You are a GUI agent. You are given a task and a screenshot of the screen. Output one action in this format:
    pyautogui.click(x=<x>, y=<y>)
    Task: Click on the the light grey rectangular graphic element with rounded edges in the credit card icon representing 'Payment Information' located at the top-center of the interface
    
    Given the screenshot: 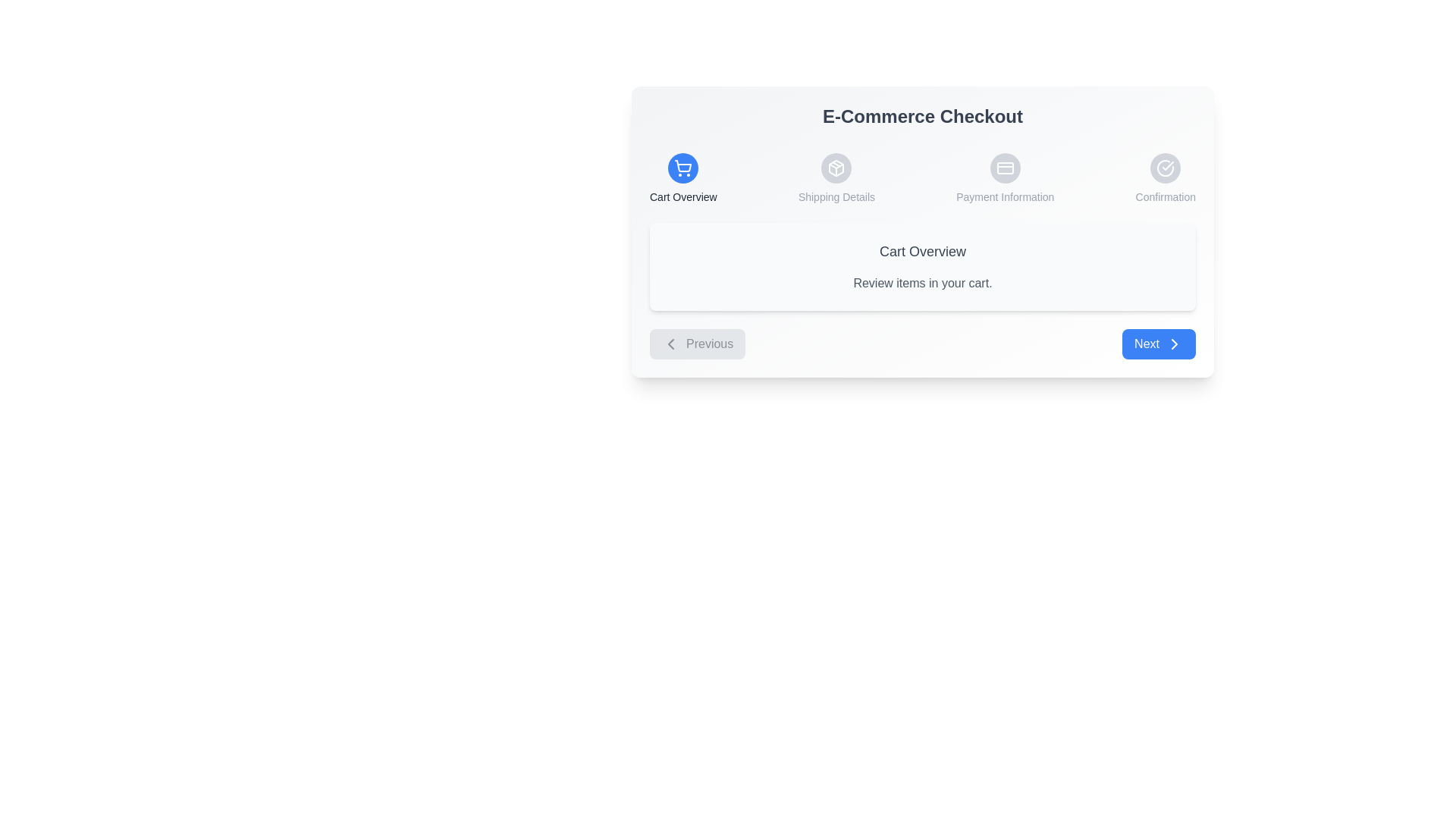 What is the action you would take?
    pyautogui.click(x=1005, y=168)
    